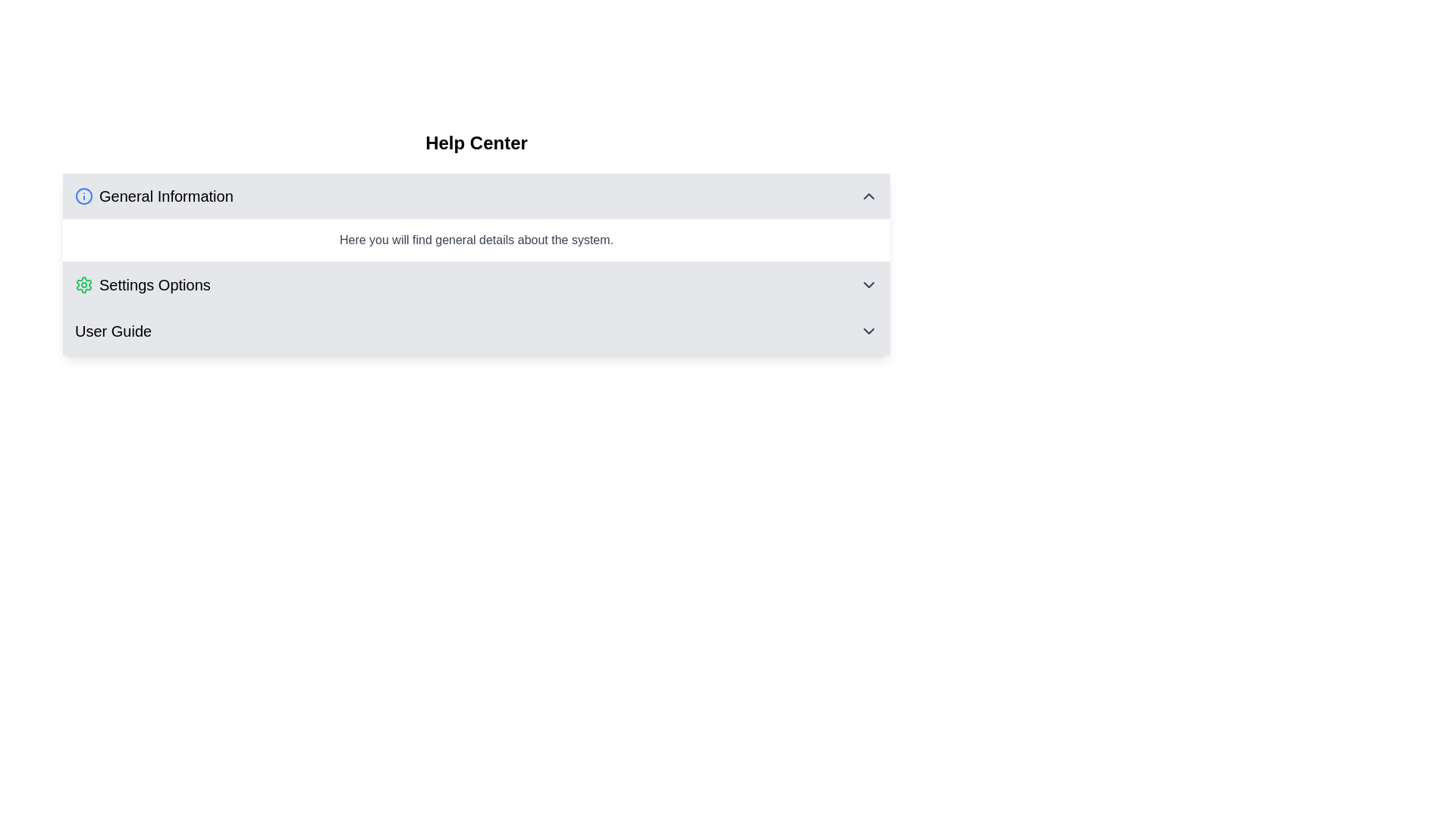 This screenshot has height=819, width=1456. Describe the element at coordinates (83, 195) in the screenshot. I see `the informational icon located to the left of the 'General Information' text in the Help Center section` at that location.